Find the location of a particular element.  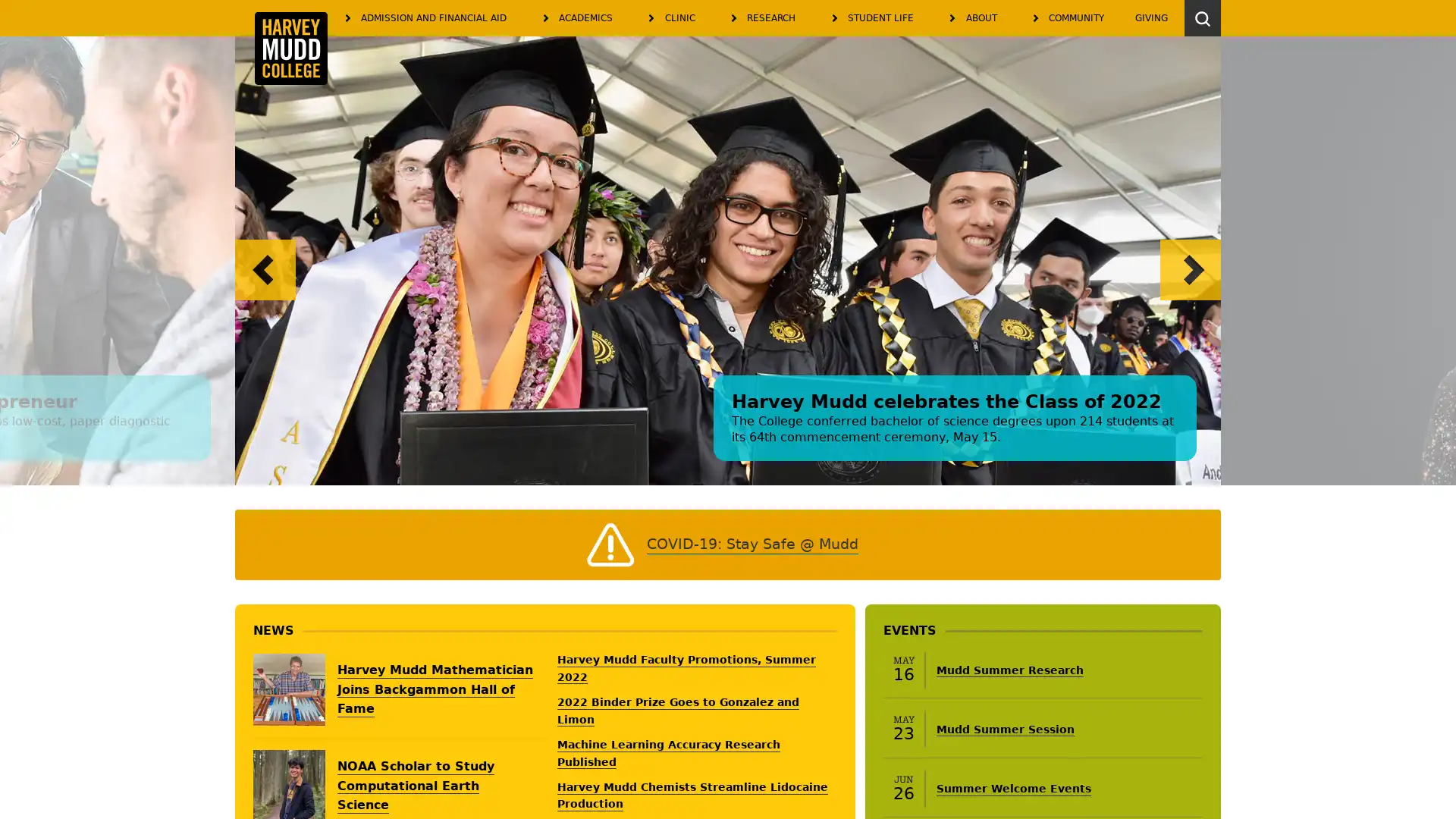

Next slide. is located at coordinates (1189, 268).